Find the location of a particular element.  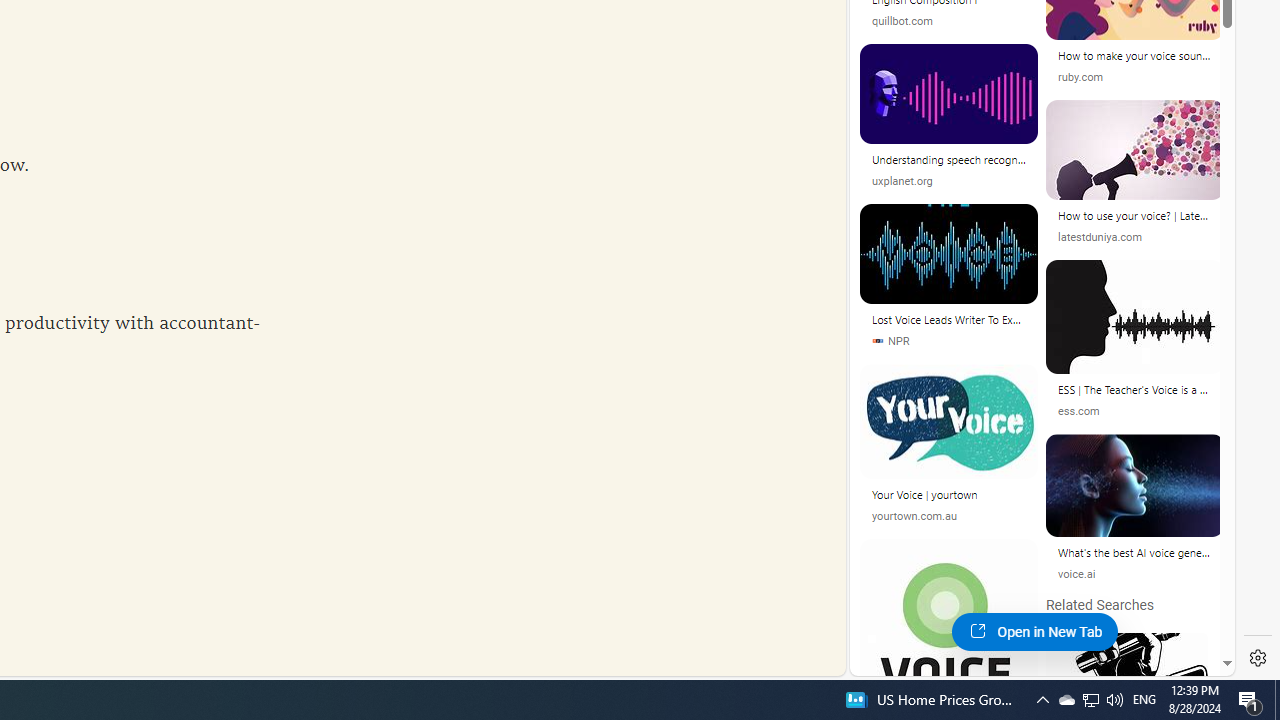

'How to make your voice sound better | Ruby Blog' is located at coordinates (1135, 55).